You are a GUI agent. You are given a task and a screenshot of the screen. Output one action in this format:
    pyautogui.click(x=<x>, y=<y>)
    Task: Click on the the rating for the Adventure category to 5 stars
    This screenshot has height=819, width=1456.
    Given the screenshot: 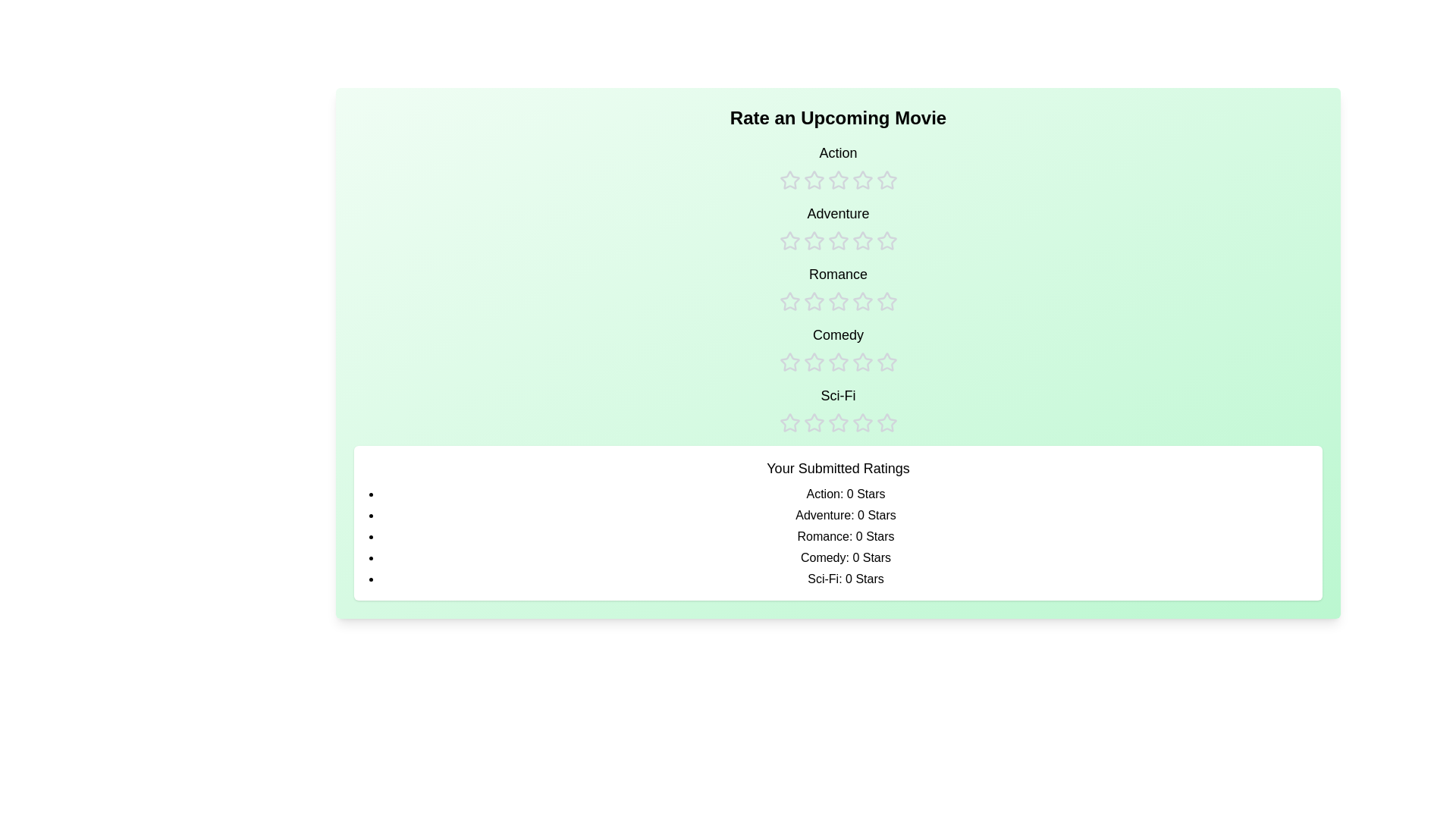 What is the action you would take?
    pyautogui.click(x=886, y=227)
    